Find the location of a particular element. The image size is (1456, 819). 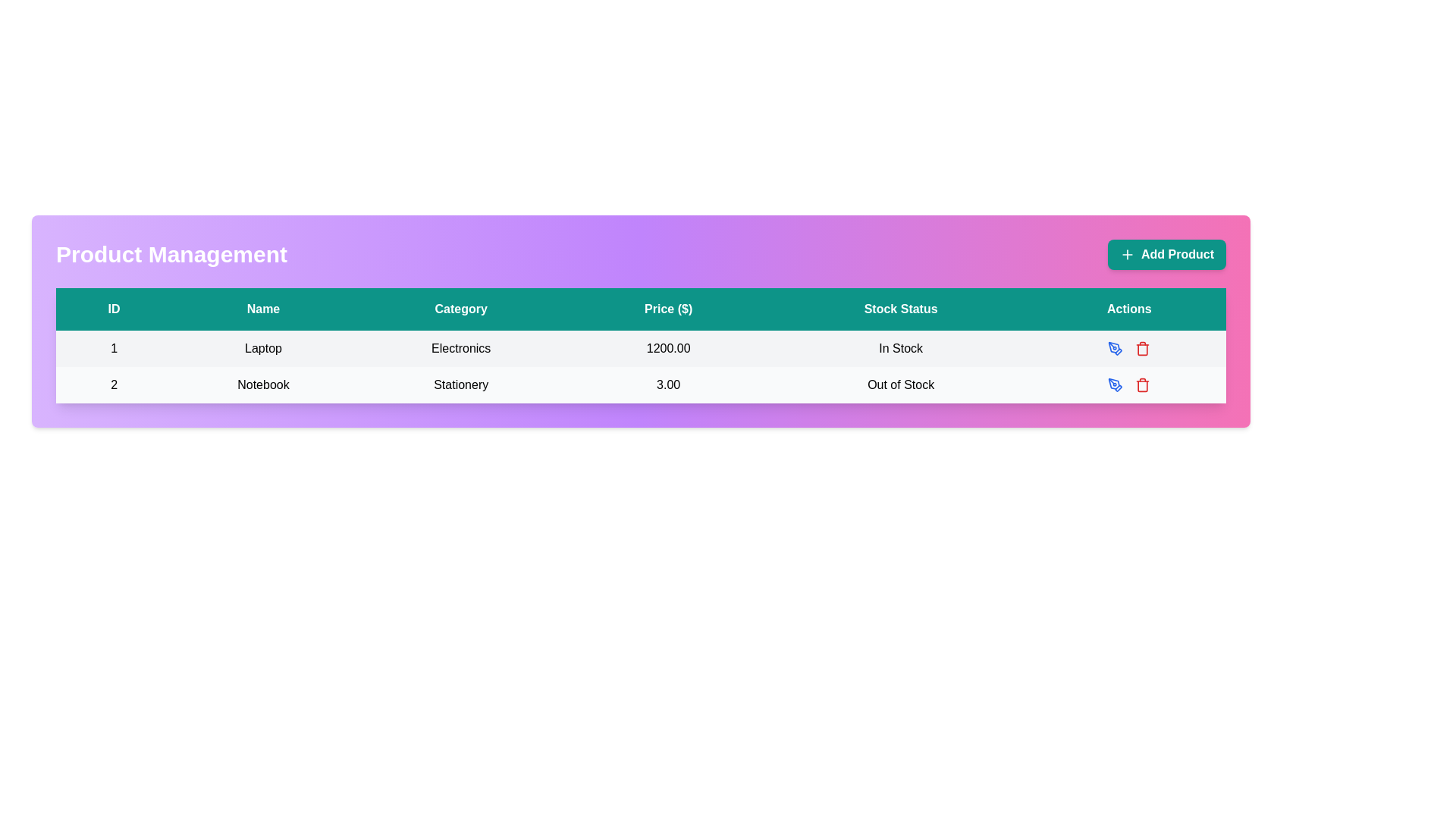

the red icon in the Actions column of the first row of the table, which represents the delete function is located at coordinates (1129, 348).